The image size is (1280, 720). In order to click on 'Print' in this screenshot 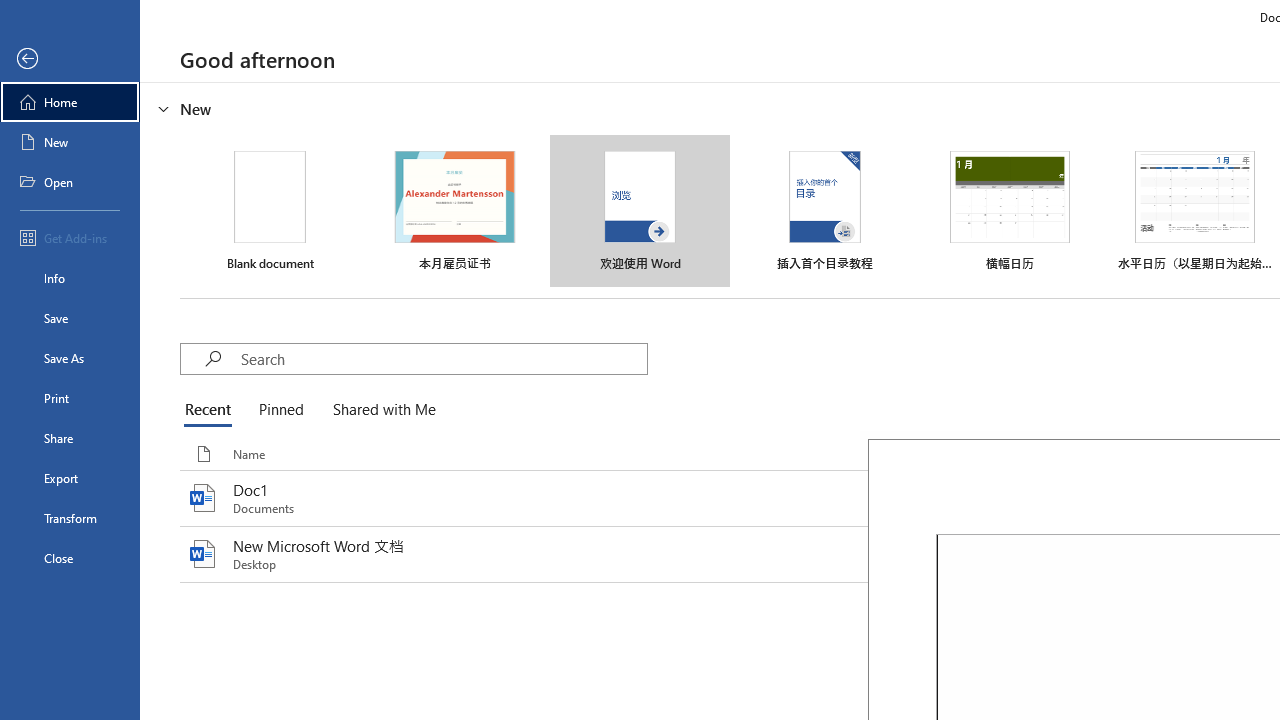, I will do `click(69, 398)`.